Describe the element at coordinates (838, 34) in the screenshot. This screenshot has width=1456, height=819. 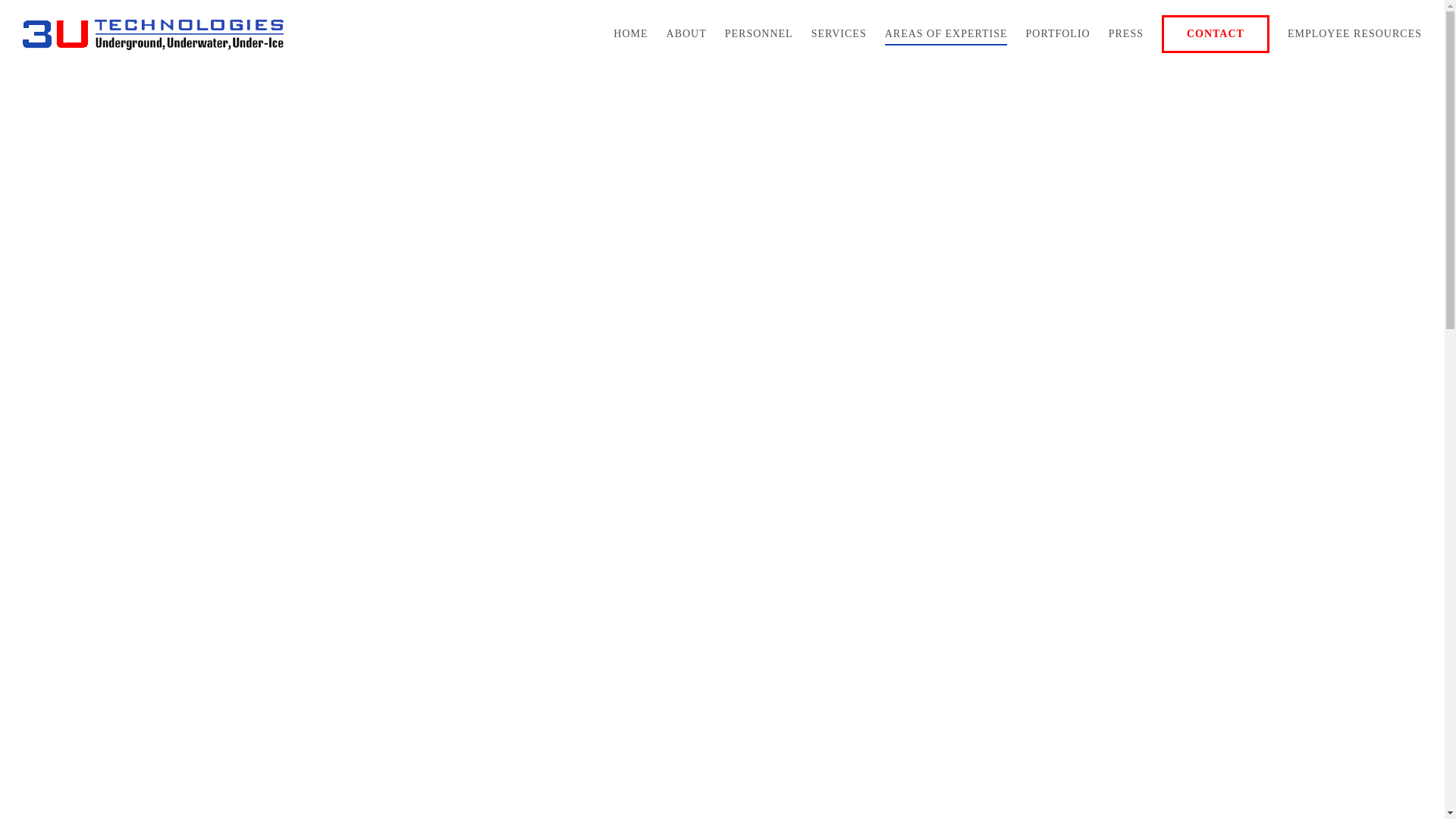
I see `'SERVICES'` at that location.